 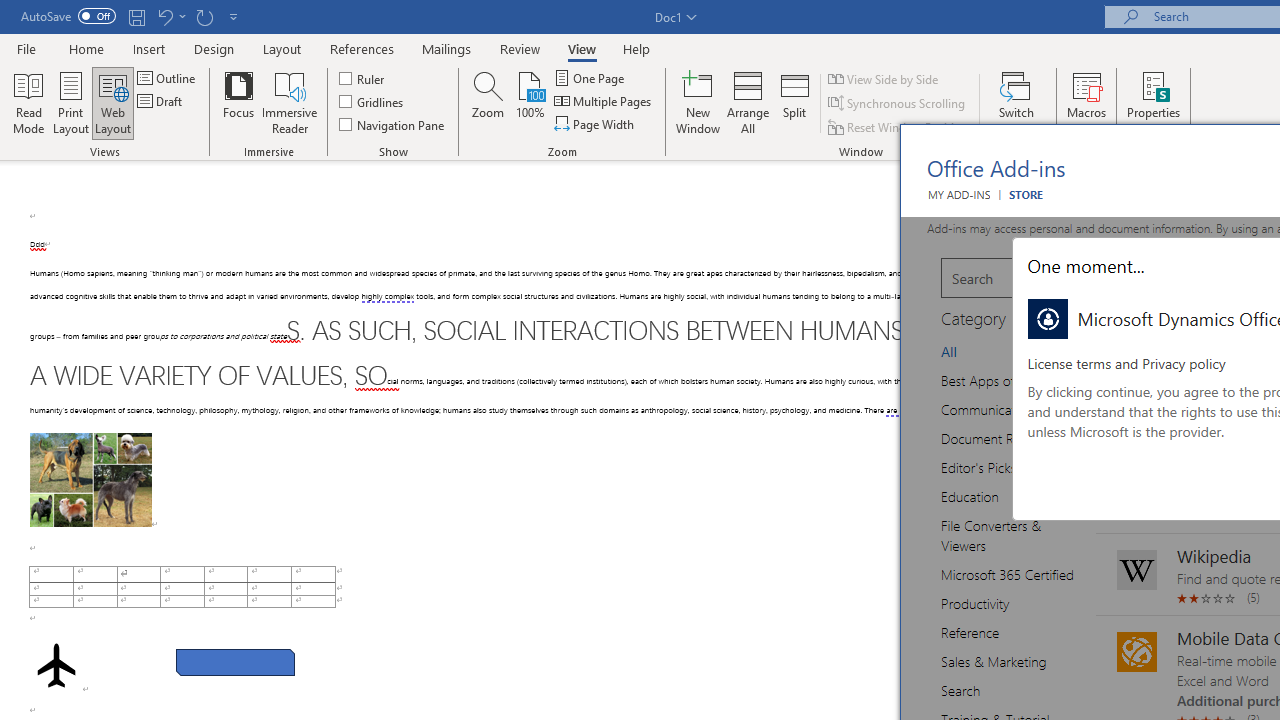 I want to click on 'View Macros', so click(x=1085, y=84).